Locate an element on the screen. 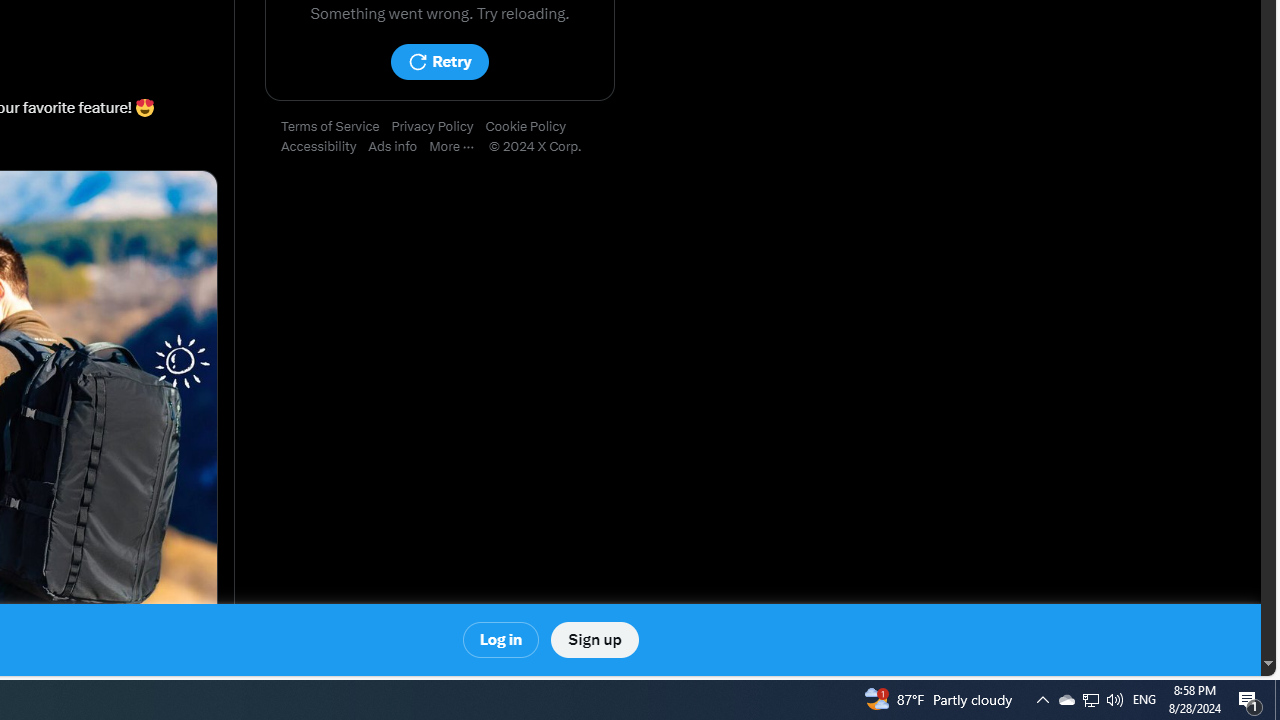 This screenshot has width=1280, height=720. 'Retry' is located at coordinates (438, 61).